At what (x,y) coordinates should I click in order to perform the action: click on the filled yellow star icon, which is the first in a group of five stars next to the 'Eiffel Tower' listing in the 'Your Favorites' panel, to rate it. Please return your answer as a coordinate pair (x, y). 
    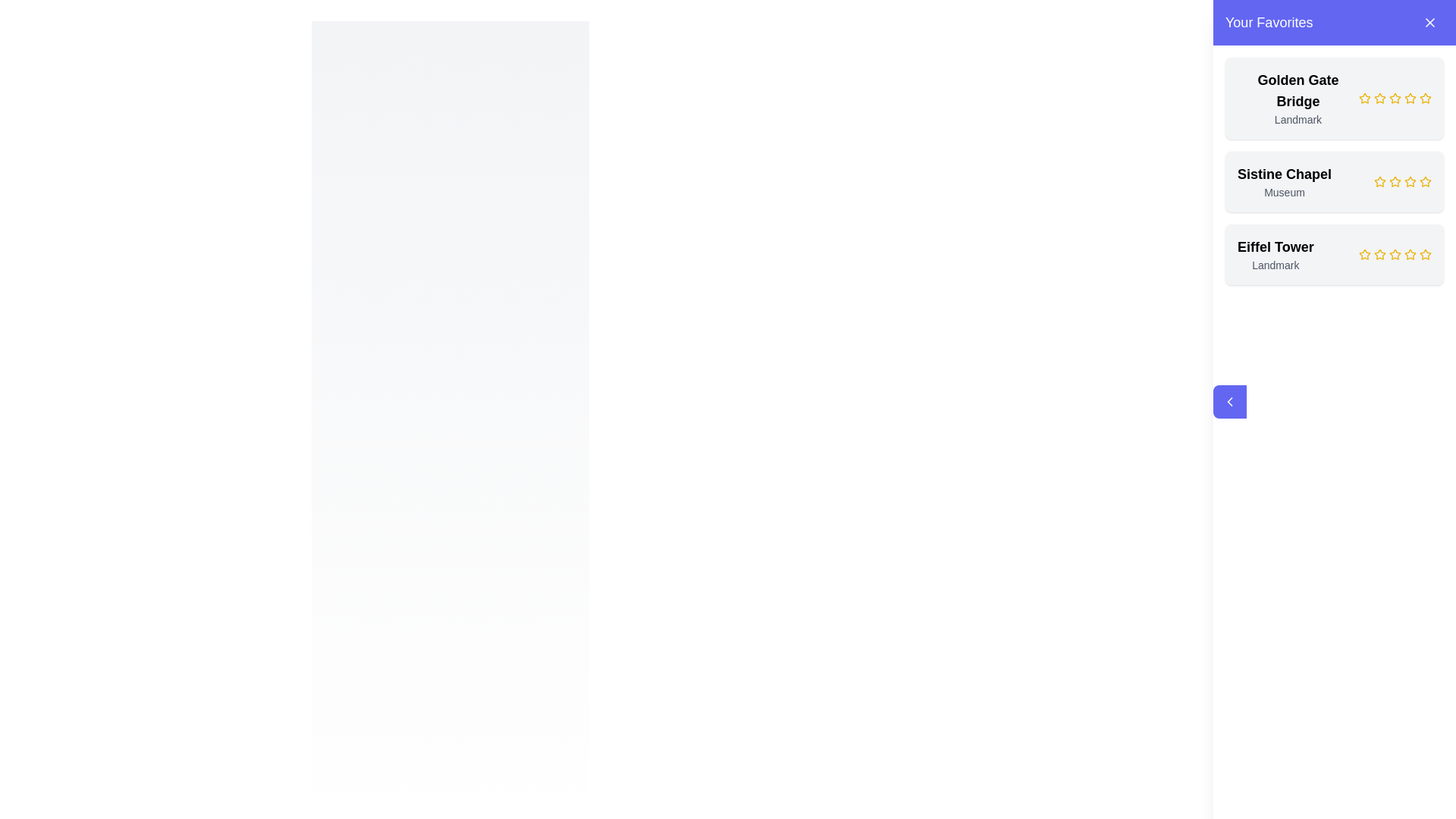
    Looking at the image, I should click on (1365, 253).